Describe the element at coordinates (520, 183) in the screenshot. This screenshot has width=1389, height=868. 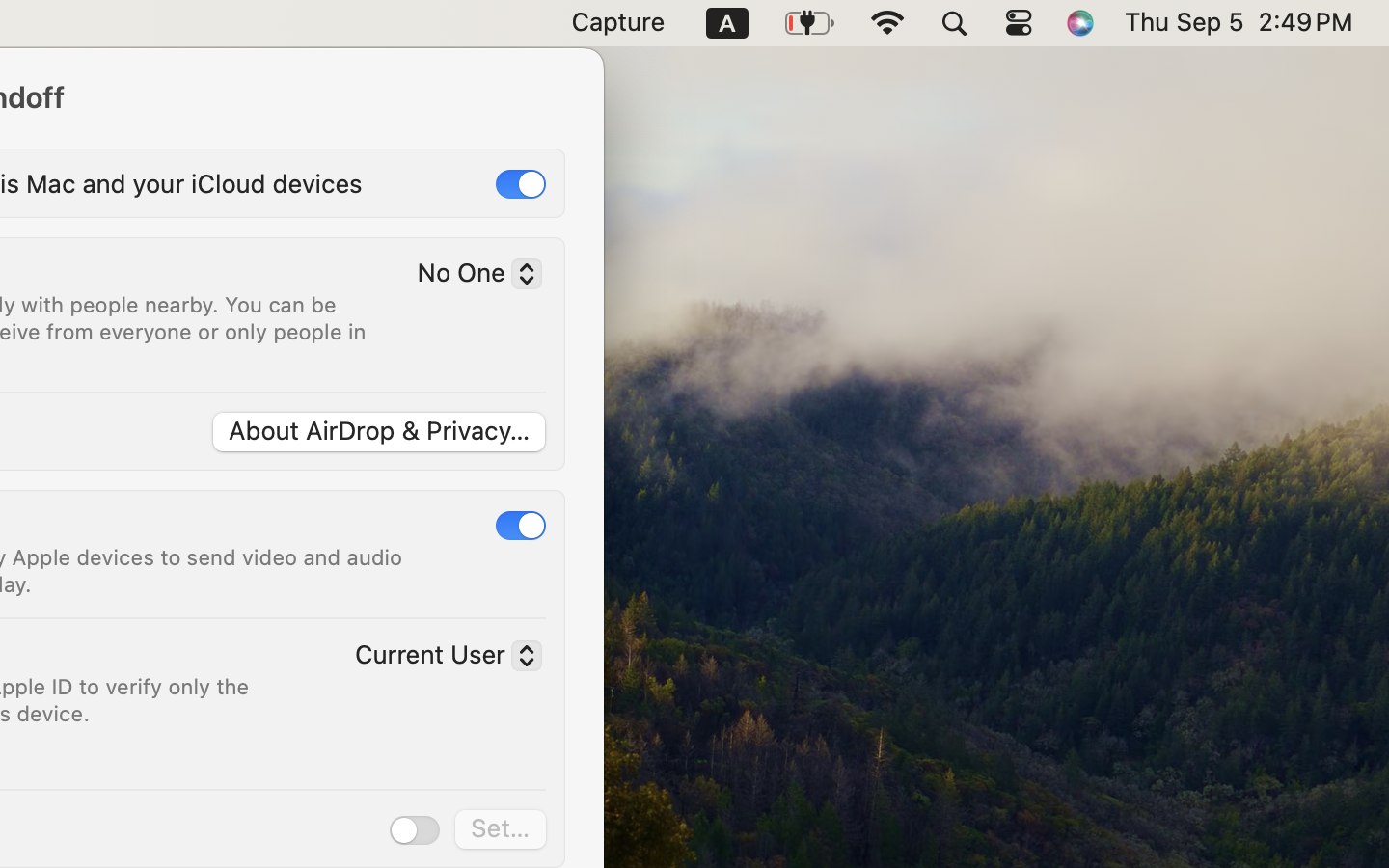
I see `'1'` at that location.